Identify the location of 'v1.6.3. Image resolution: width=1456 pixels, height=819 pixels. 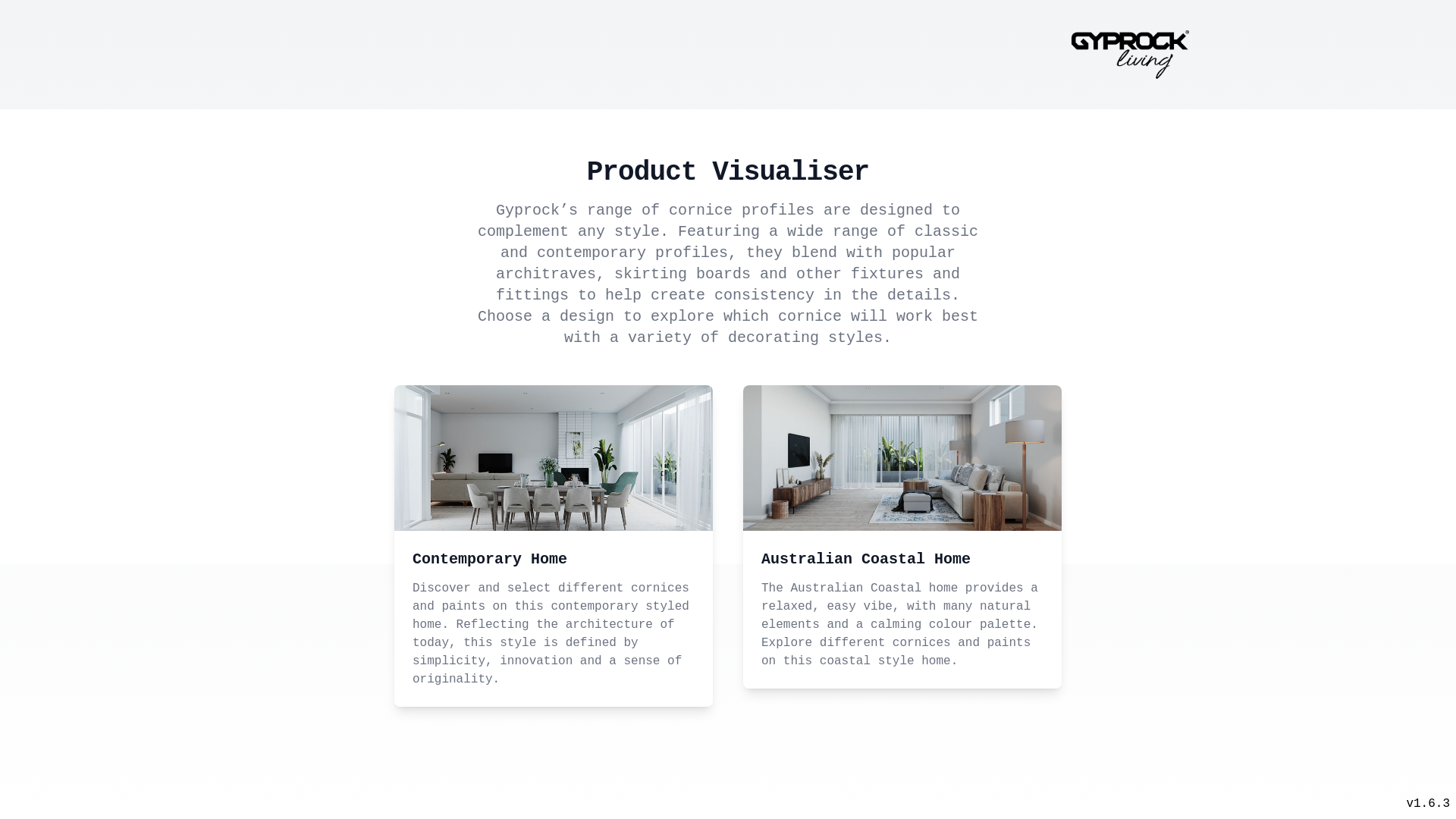
(1404, 803).